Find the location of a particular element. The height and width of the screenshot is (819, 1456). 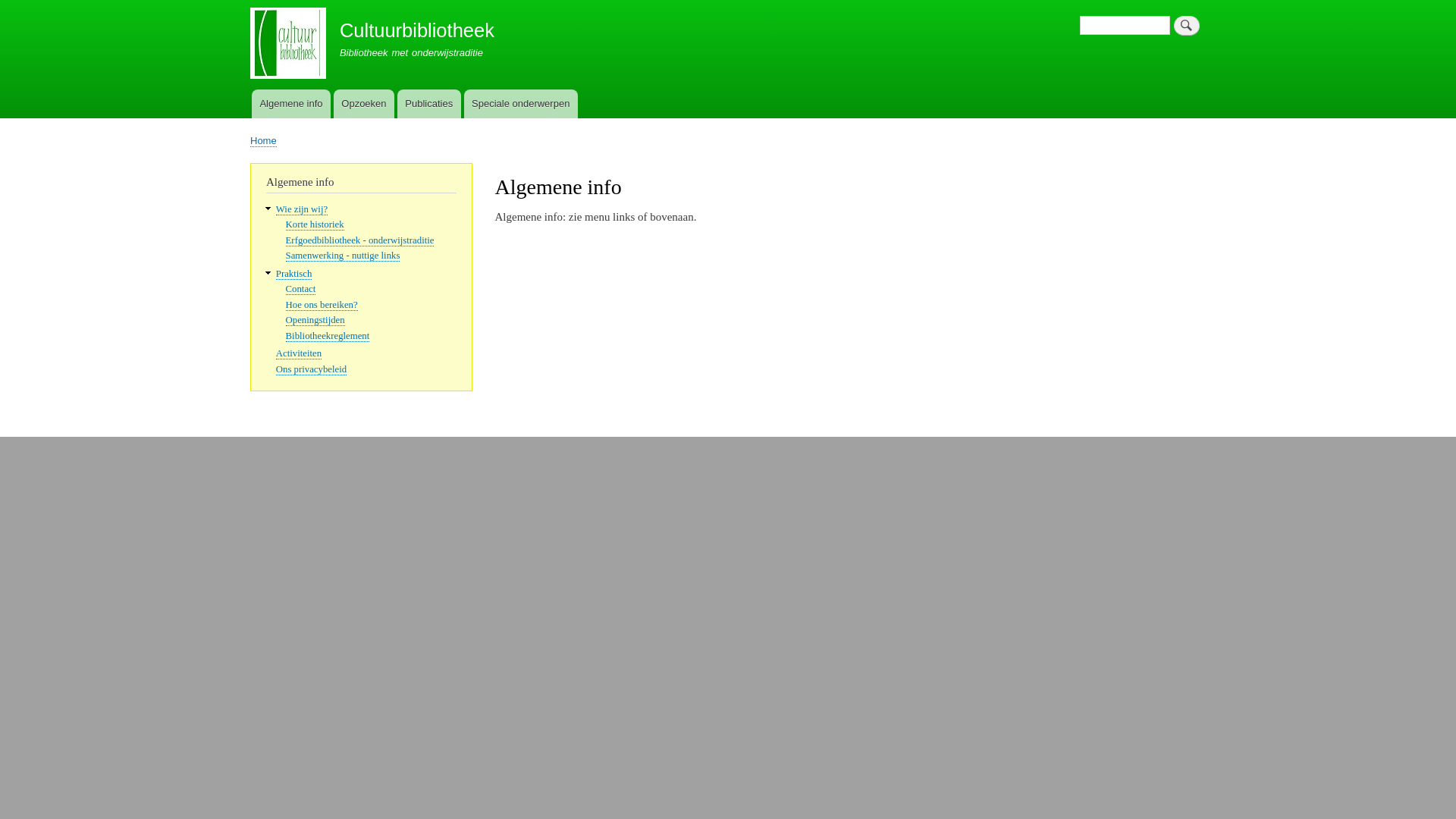

'Korte historiek' is located at coordinates (286, 224).